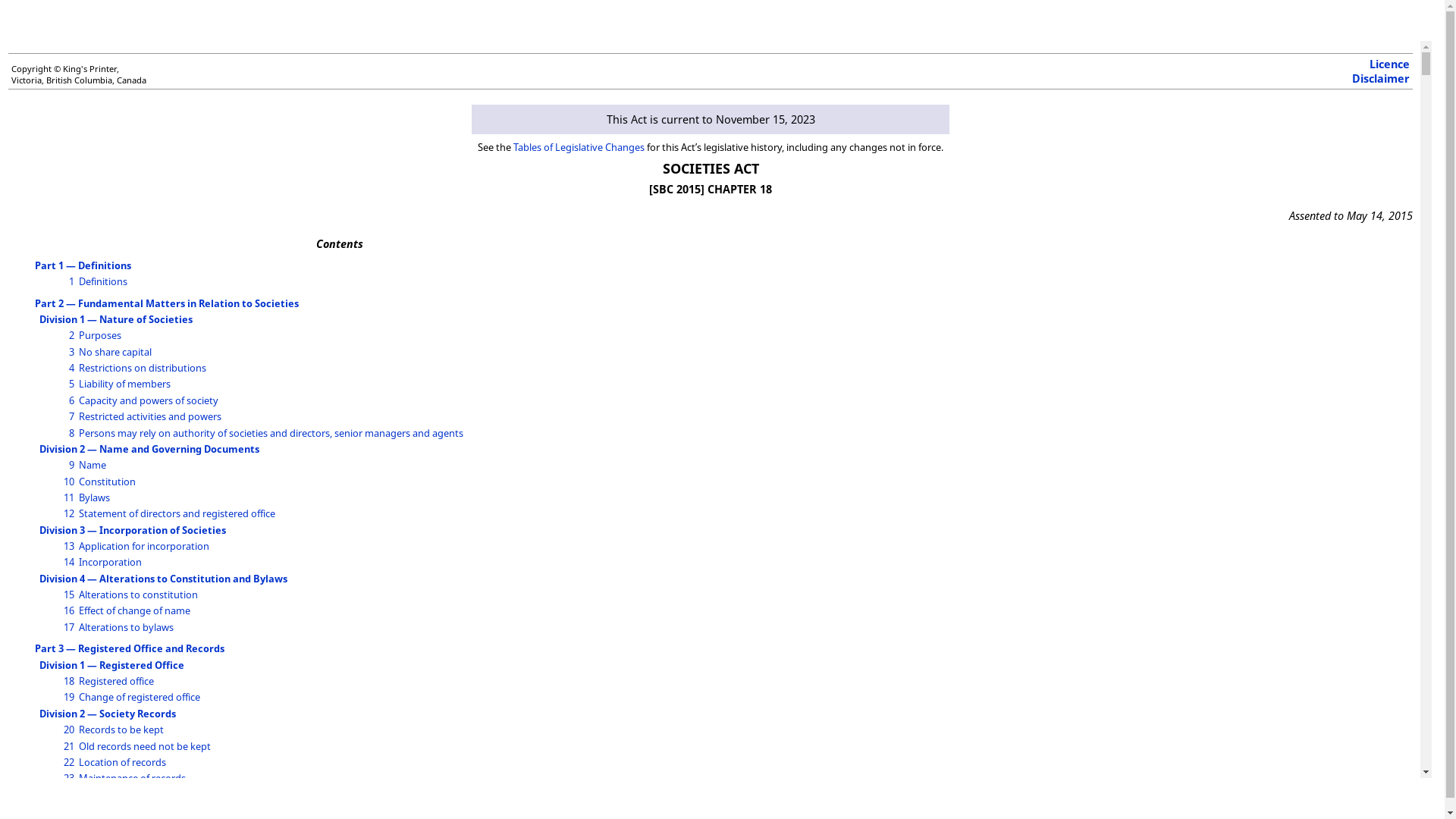 This screenshot has height=819, width=1456. What do you see at coordinates (68, 497) in the screenshot?
I see `'11'` at bounding box center [68, 497].